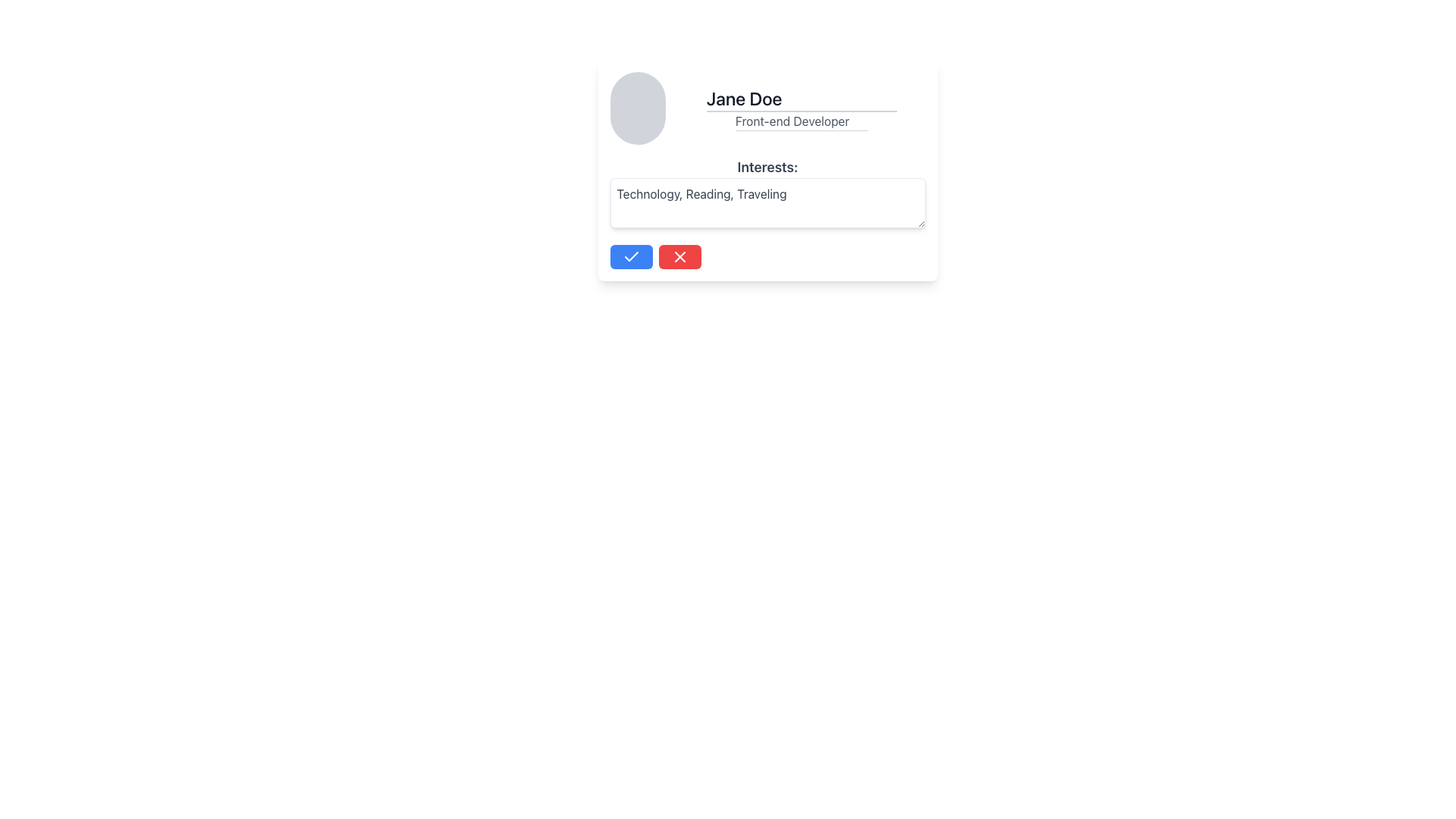 The image size is (1456, 819). What do you see at coordinates (767, 202) in the screenshot?
I see `the text input area for entering interests located below the 'Interests:' label` at bounding box center [767, 202].